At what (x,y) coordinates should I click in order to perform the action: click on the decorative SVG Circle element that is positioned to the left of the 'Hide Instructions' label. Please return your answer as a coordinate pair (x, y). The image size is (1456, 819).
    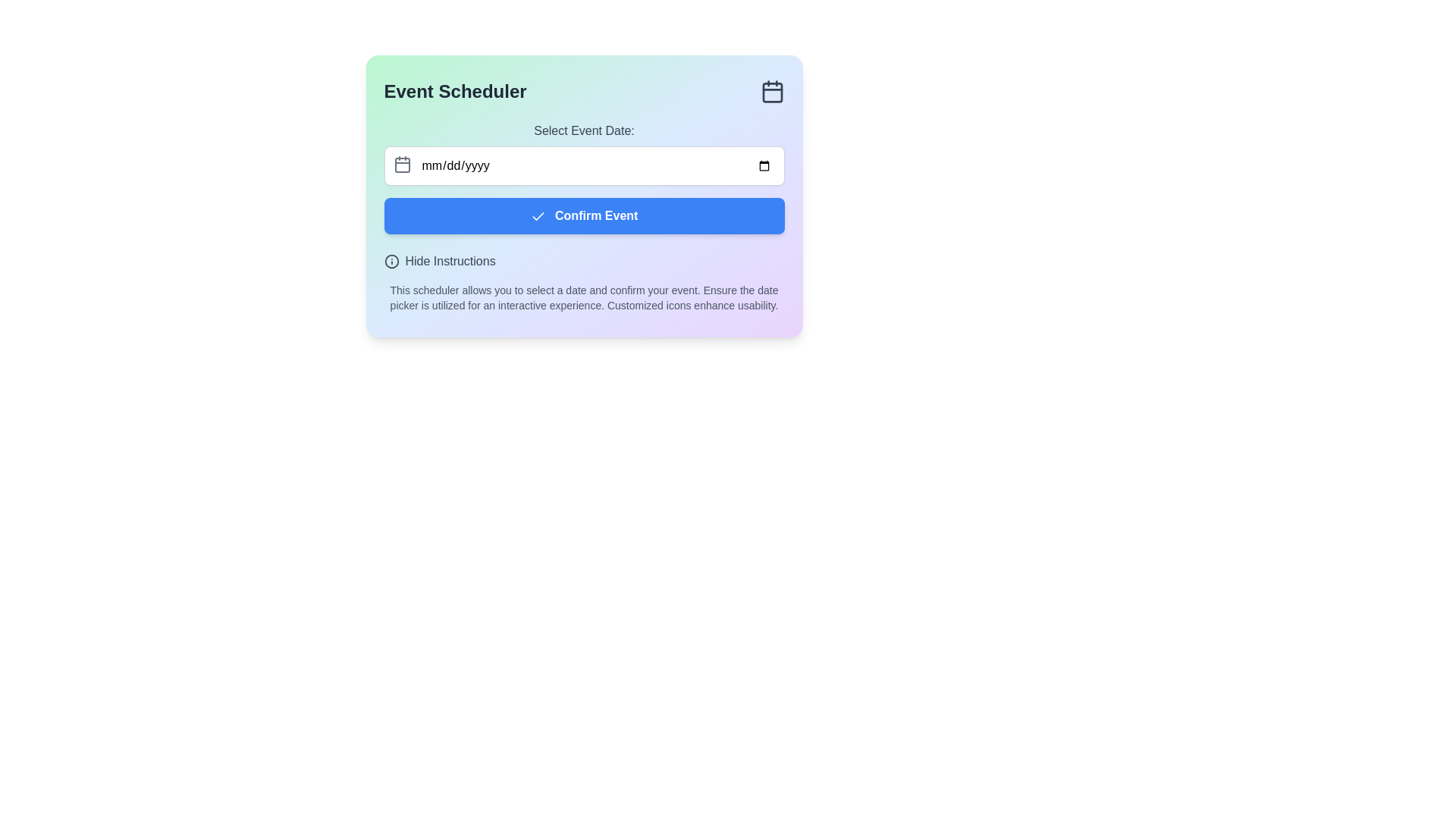
    Looking at the image, I should click on (391, 260).